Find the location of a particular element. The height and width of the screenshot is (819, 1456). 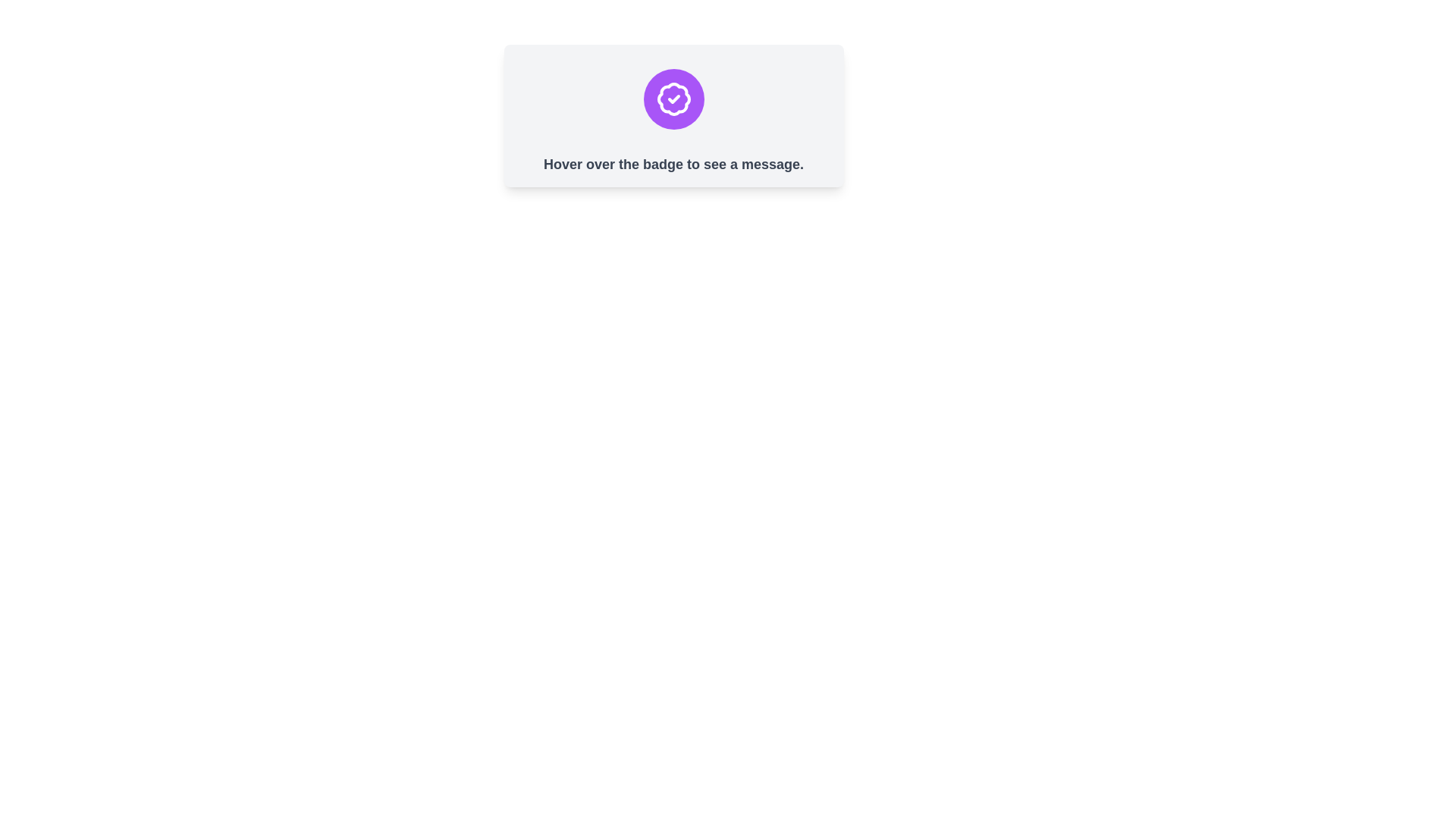

the graphical decoration element that symbolizes recognition within the badge component, which is centrally located in the interface is located at coordinates (673, 99).